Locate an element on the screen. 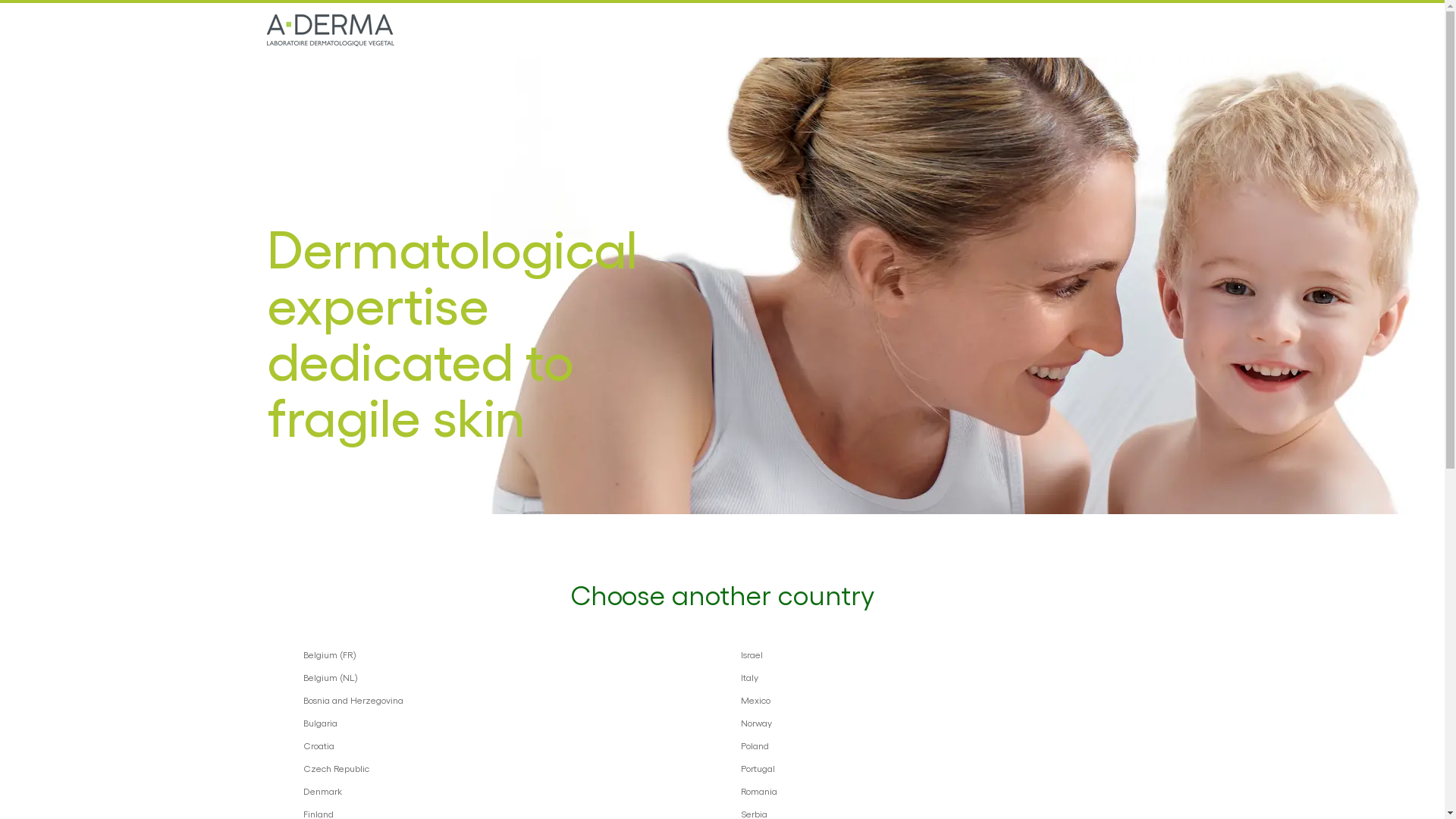 The height and width of the screenshot is (819, 1456). 'Romania' is located at coordinates (940, 789).